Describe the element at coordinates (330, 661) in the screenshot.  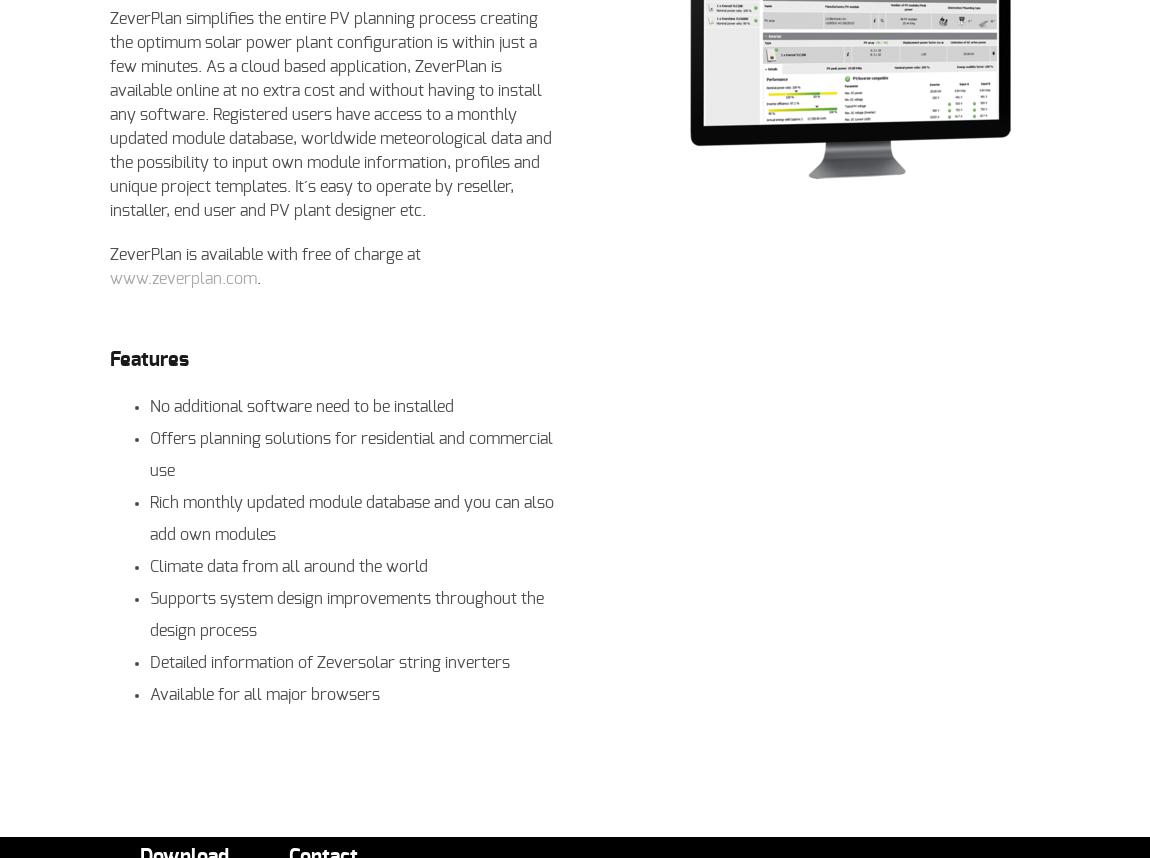
I see `'Detailed information of Zeversolar string inverters'` at that location.